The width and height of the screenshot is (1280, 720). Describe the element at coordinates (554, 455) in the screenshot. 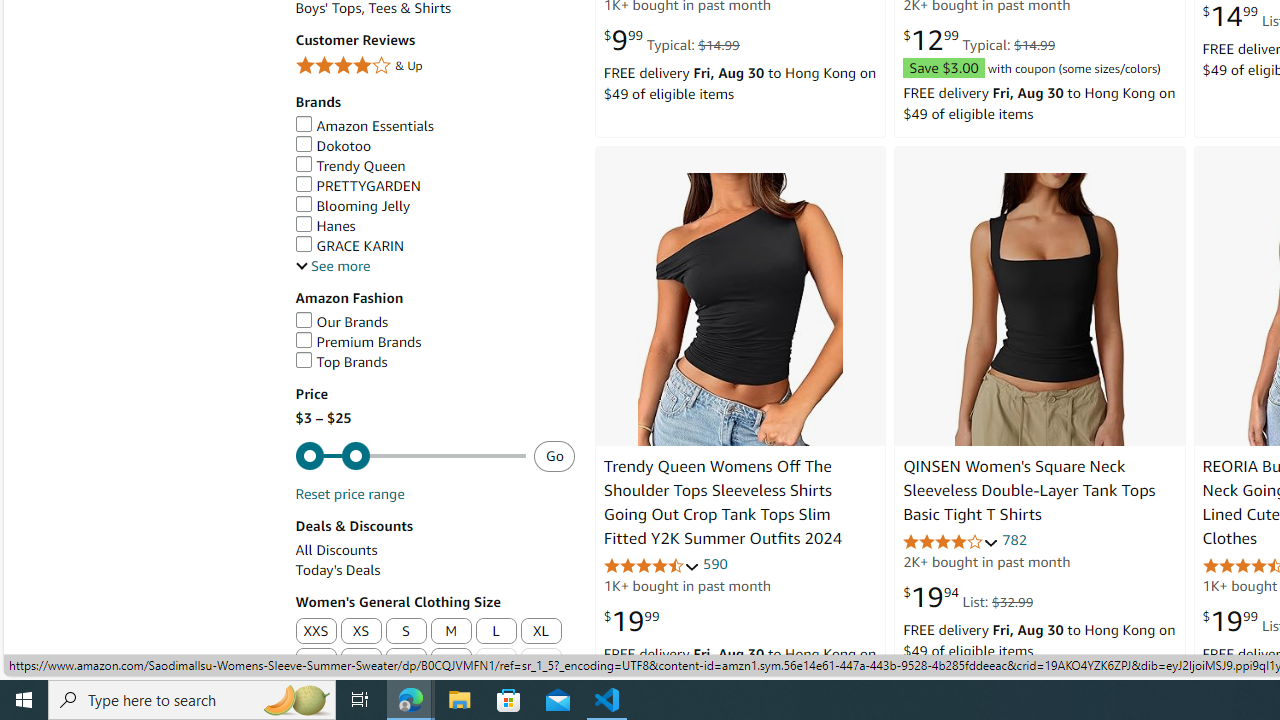

I see `'Go - Submit price range'` at that location.